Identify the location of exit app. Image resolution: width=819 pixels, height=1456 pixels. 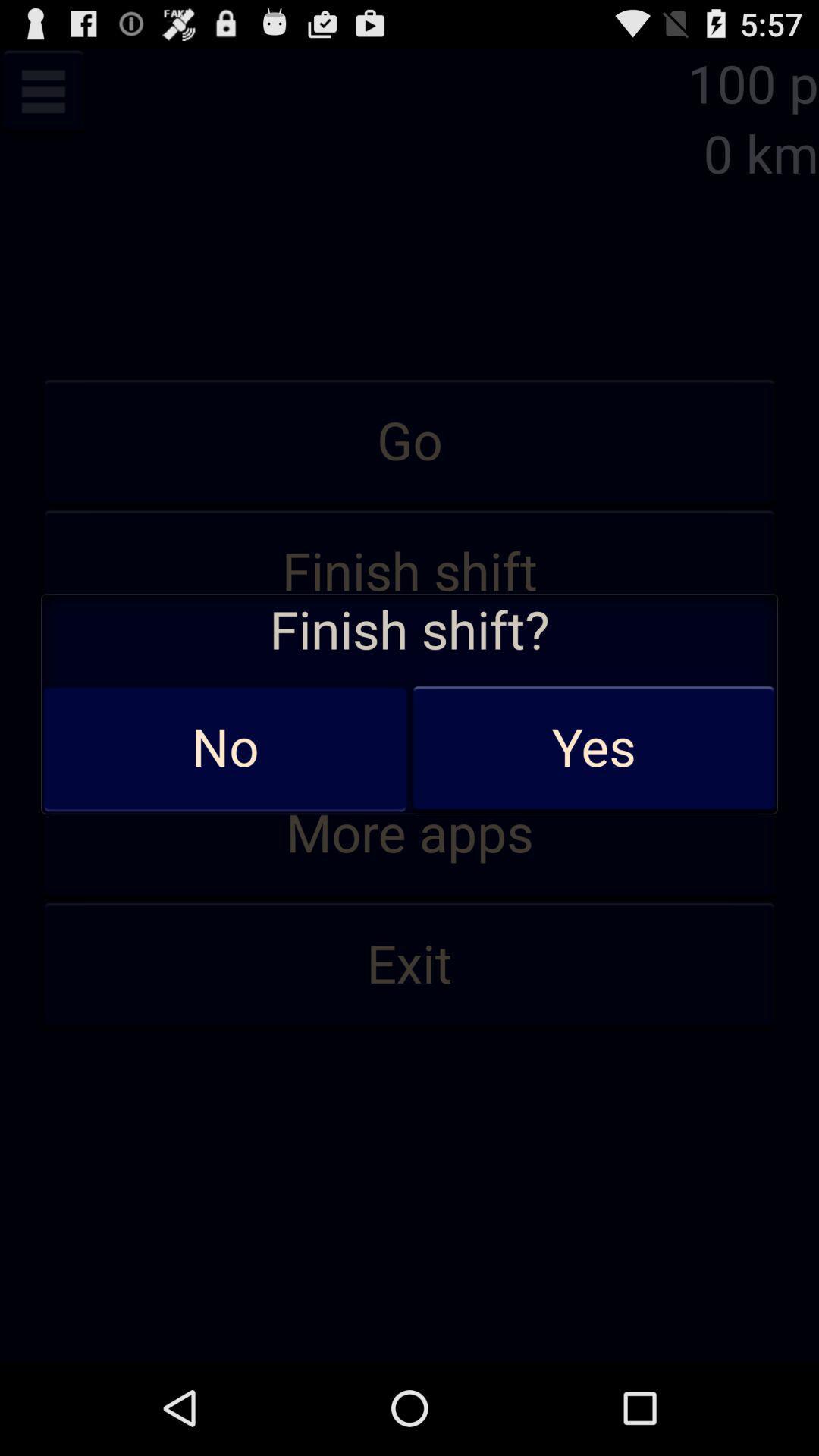
(409, 965).